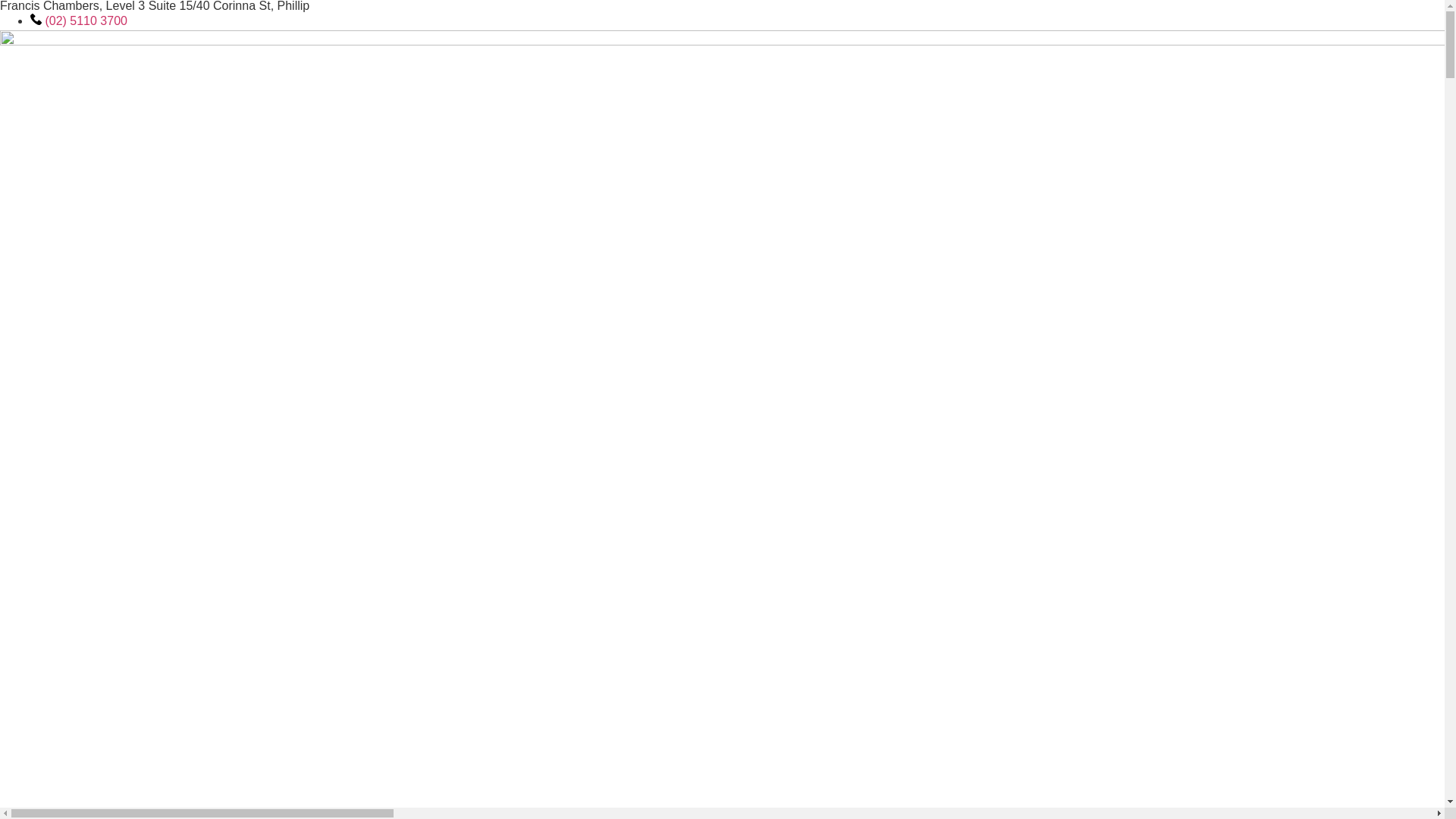 The width and height of the screenshot is (1456, 819). I want to click on '(02) 5110 3700', so click(78, 20).